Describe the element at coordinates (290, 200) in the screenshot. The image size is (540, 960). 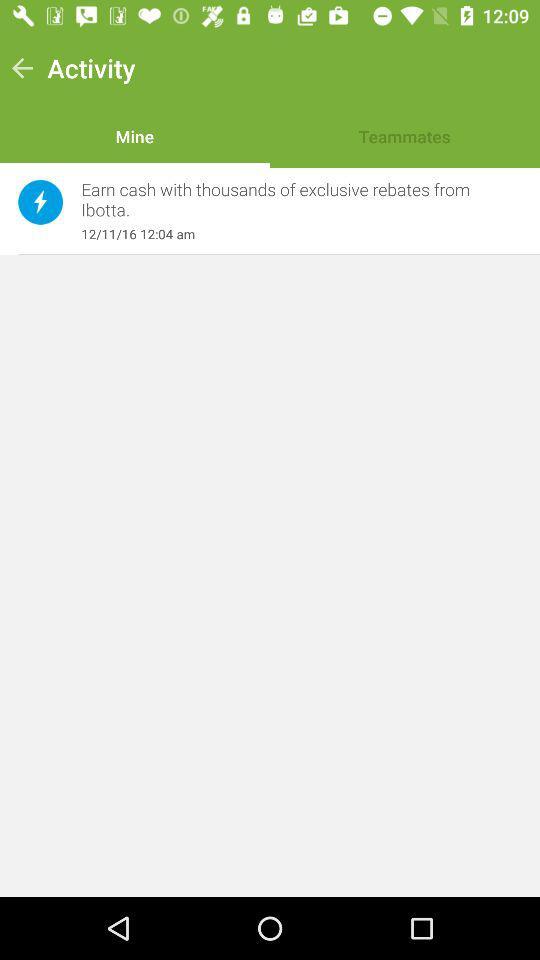
I see `earn cash with` at that location.